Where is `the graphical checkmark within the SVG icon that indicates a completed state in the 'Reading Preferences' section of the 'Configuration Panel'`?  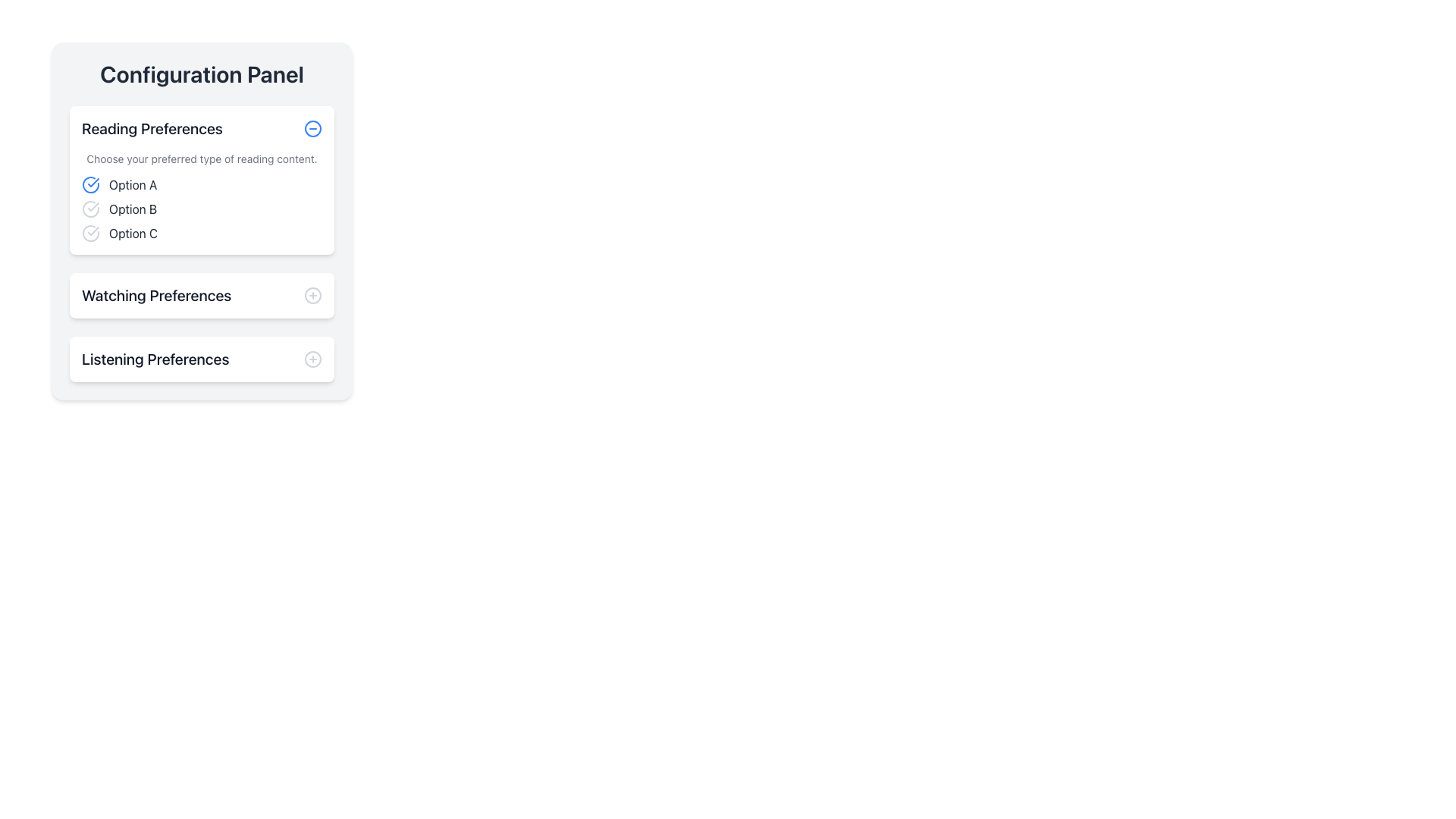 the graphical checkmark within the SVG icon that indicates a completed state in the 'Reading Preferences' section of the 'Configuration Panel' is located at coordinates (93, 207).